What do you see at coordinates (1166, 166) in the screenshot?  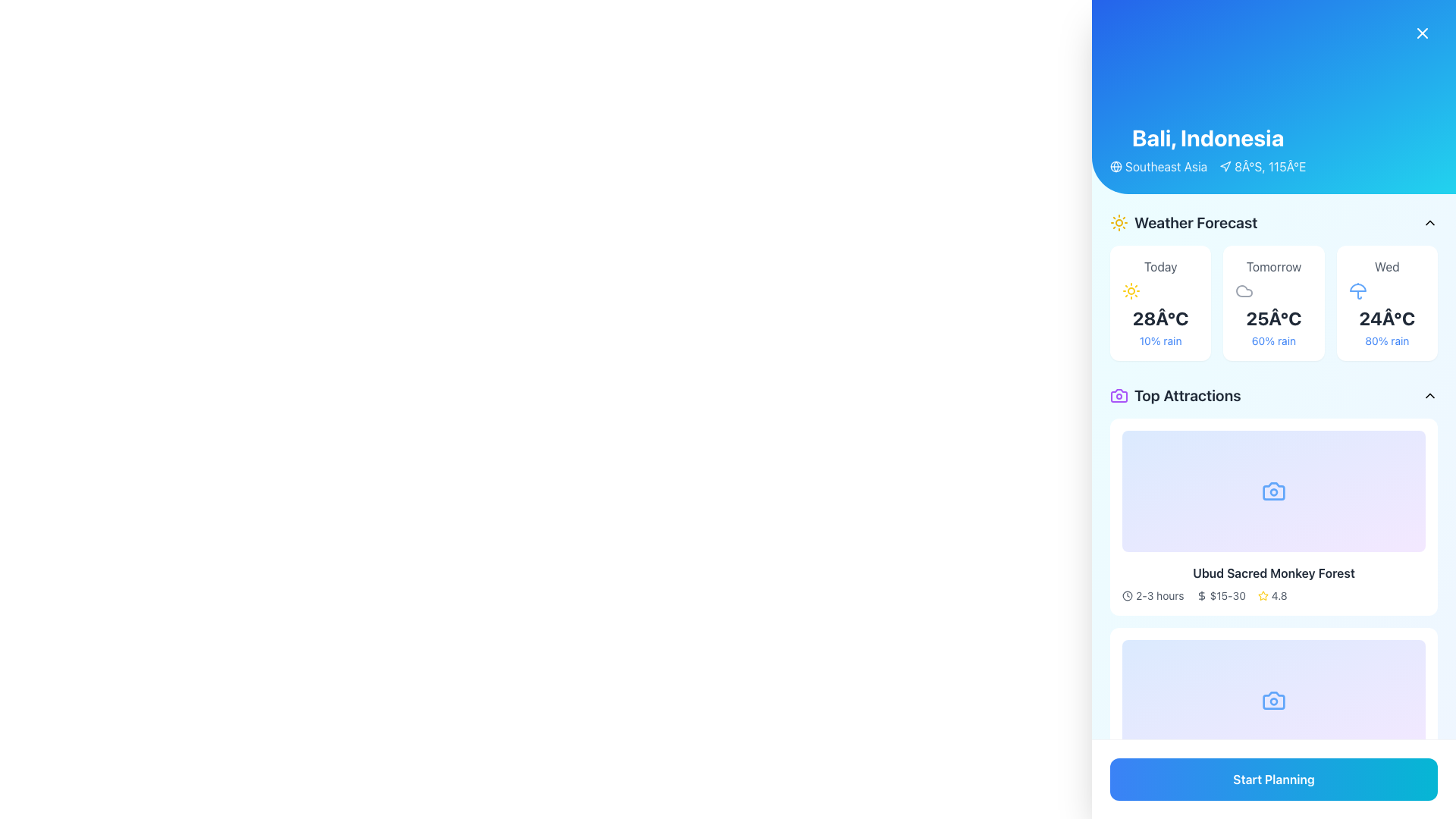 I see `the text label displaying 'Southeast Asia', which is styled in white against a gradient blue background, located beneath 'Bali, Indonesia'` at bounding box center [1166, 166].